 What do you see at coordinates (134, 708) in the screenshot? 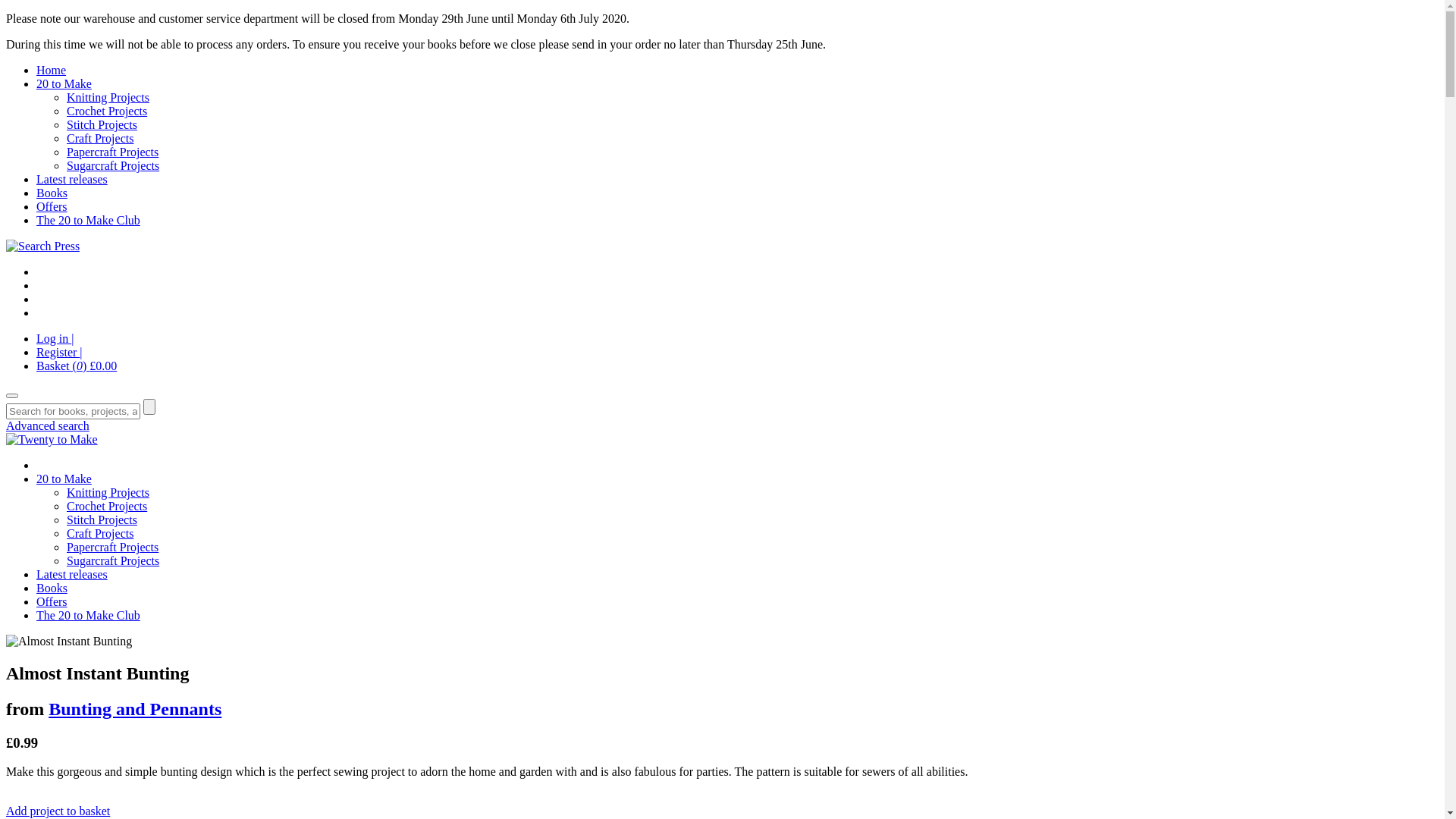
I see `'Bunting and Pennants'` at bounding box center [134, 708].